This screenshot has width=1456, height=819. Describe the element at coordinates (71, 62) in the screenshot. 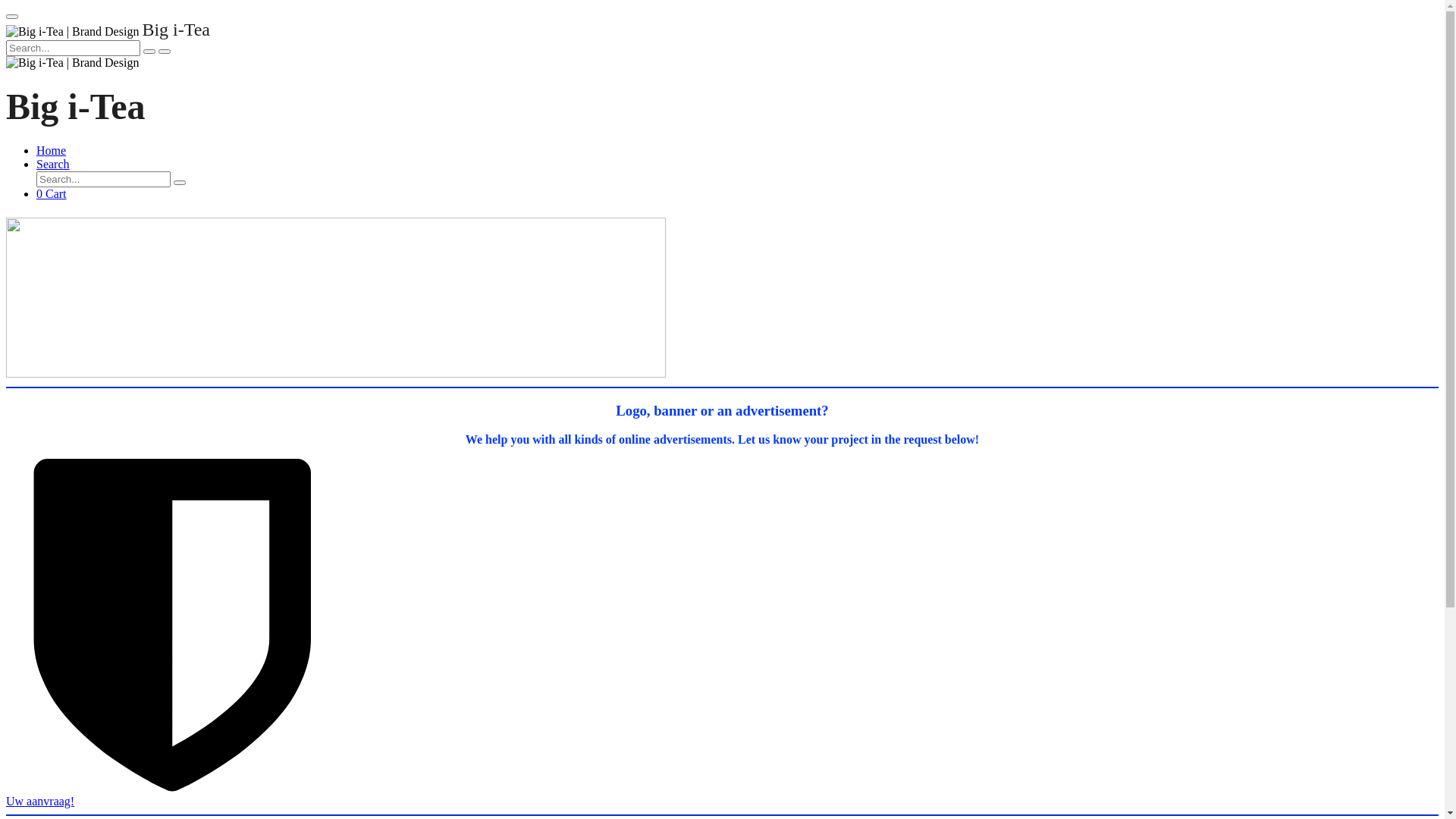

I see `'Big i-Tea | Brand Design'` at that location.